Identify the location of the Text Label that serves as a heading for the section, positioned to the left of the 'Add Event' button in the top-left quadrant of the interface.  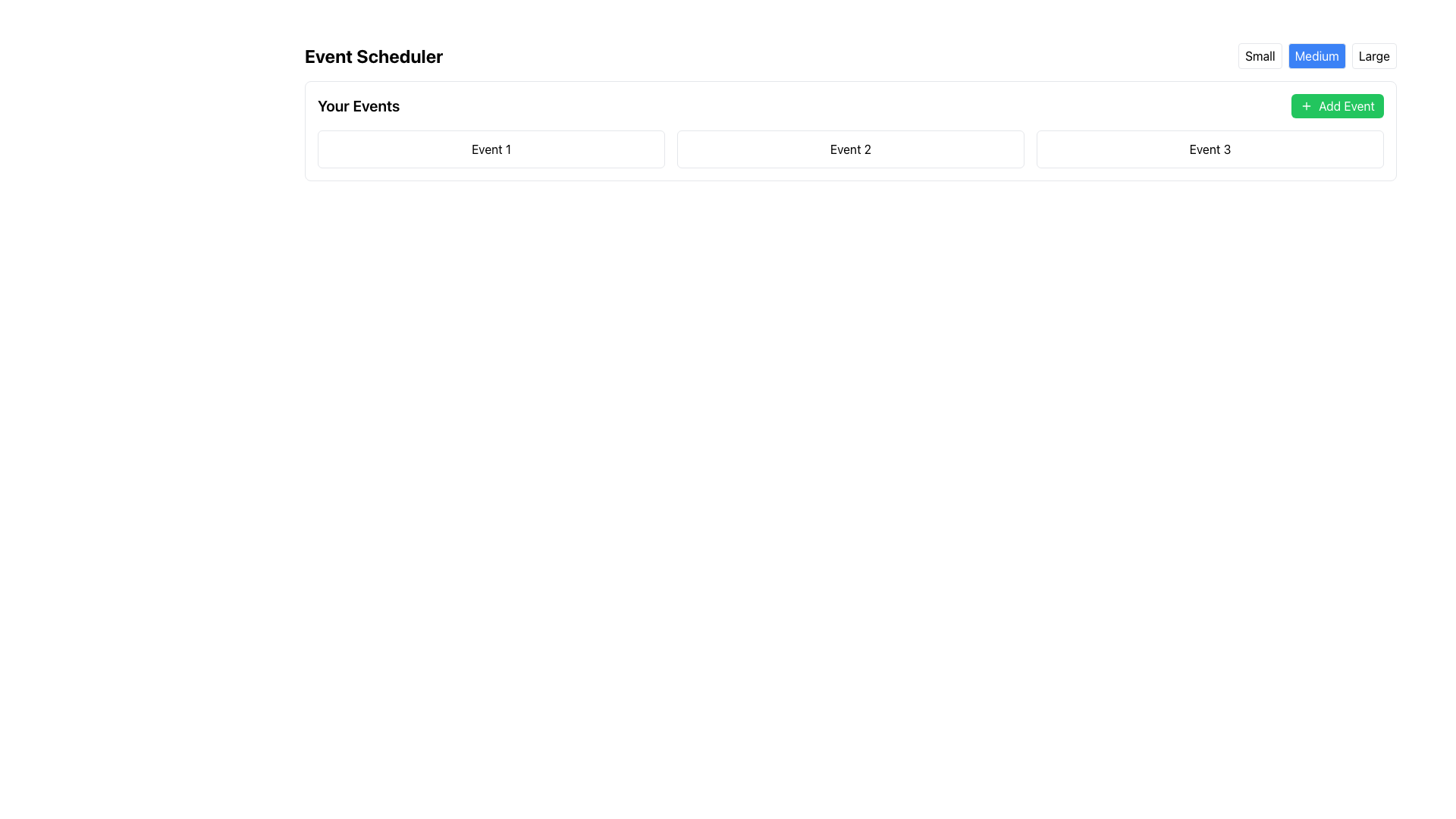
(358, 105).